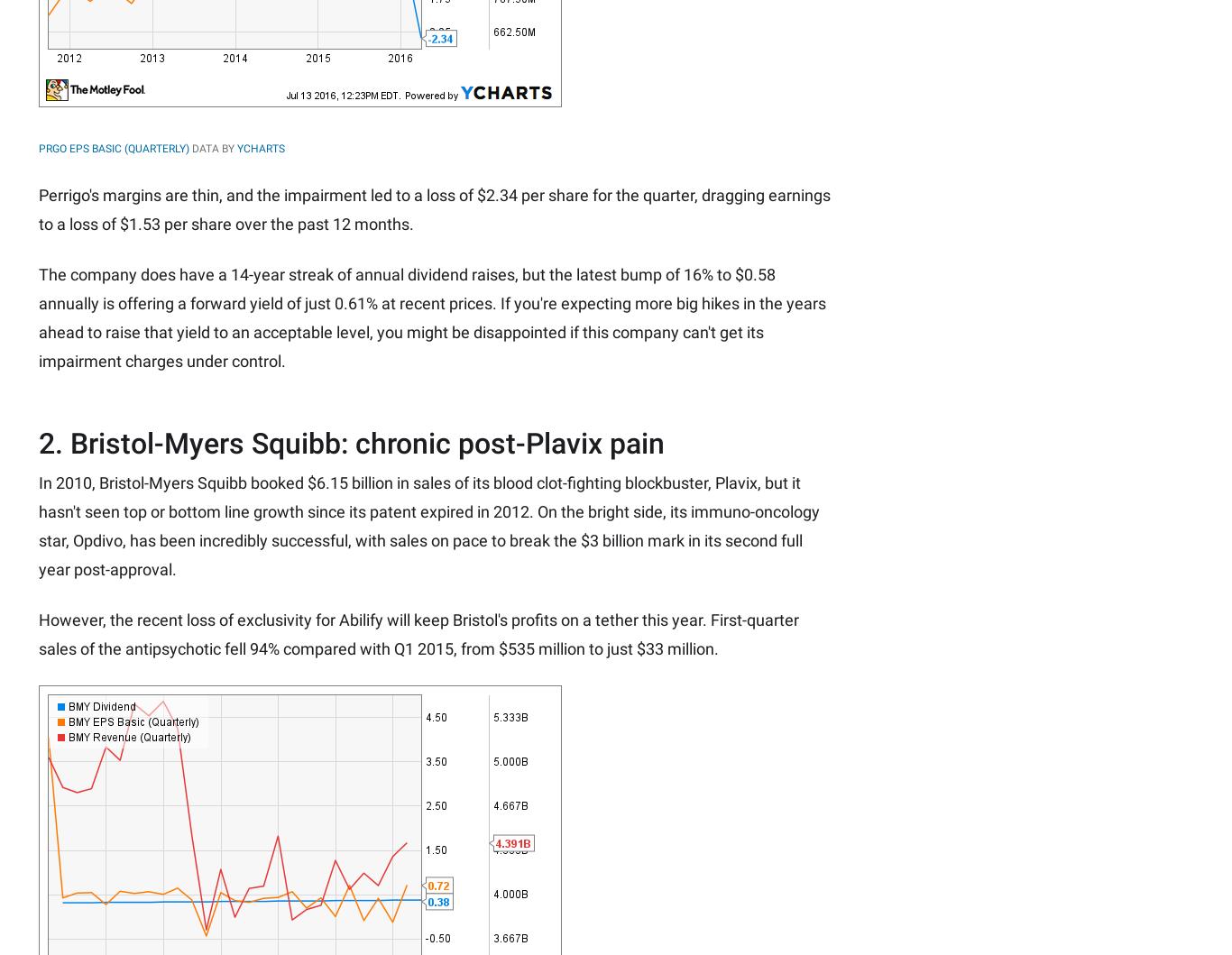 The image size is (1232, 955). What do you see at coordinates (556, 160) in the screenshot?
I see `'All Services'` at bounding box center [556, 160].